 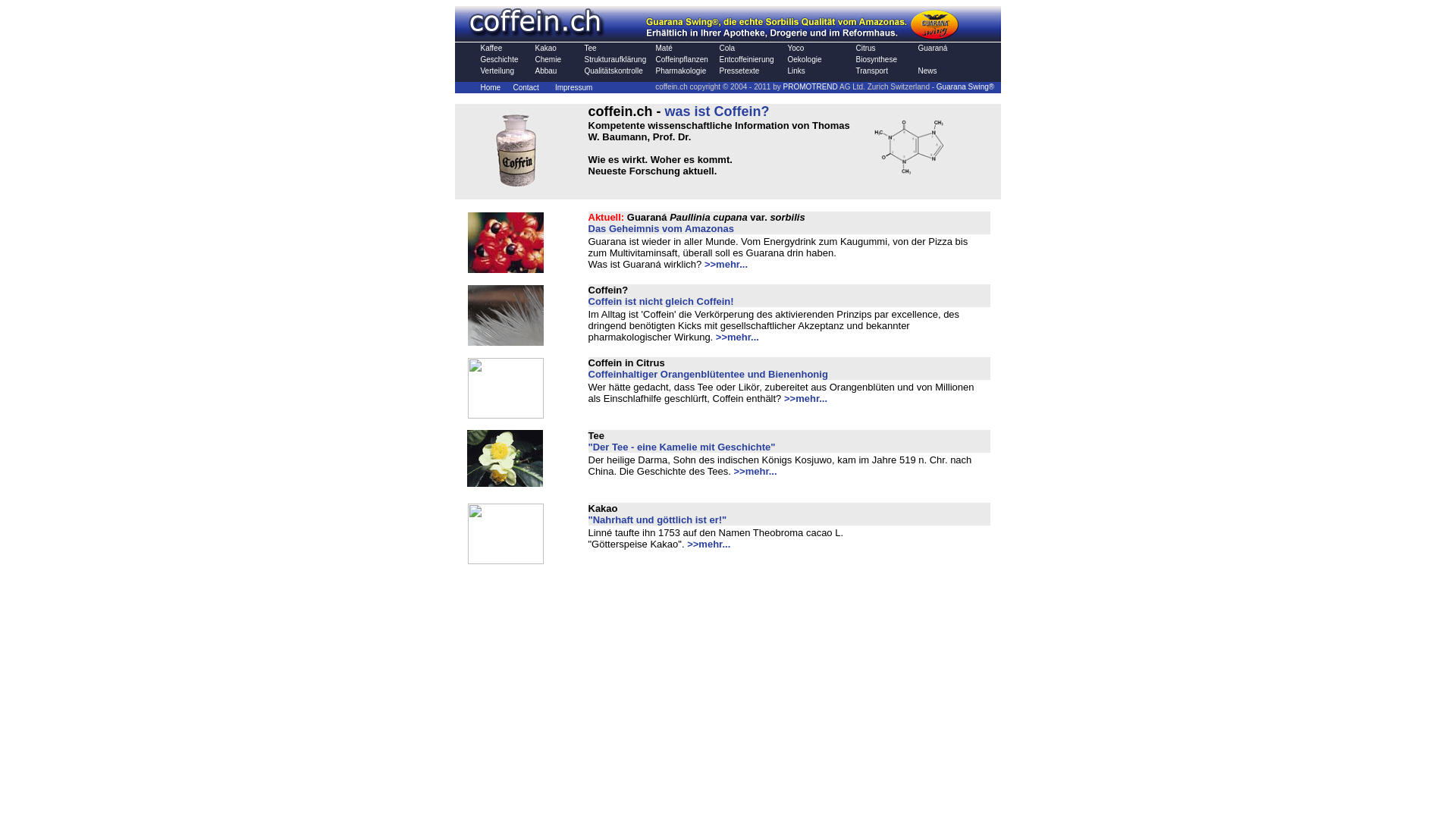 What do you see at coordinates (739, 71) in the screenshot?
I see `'Pressetexte'` at bounding box center [739, 71].